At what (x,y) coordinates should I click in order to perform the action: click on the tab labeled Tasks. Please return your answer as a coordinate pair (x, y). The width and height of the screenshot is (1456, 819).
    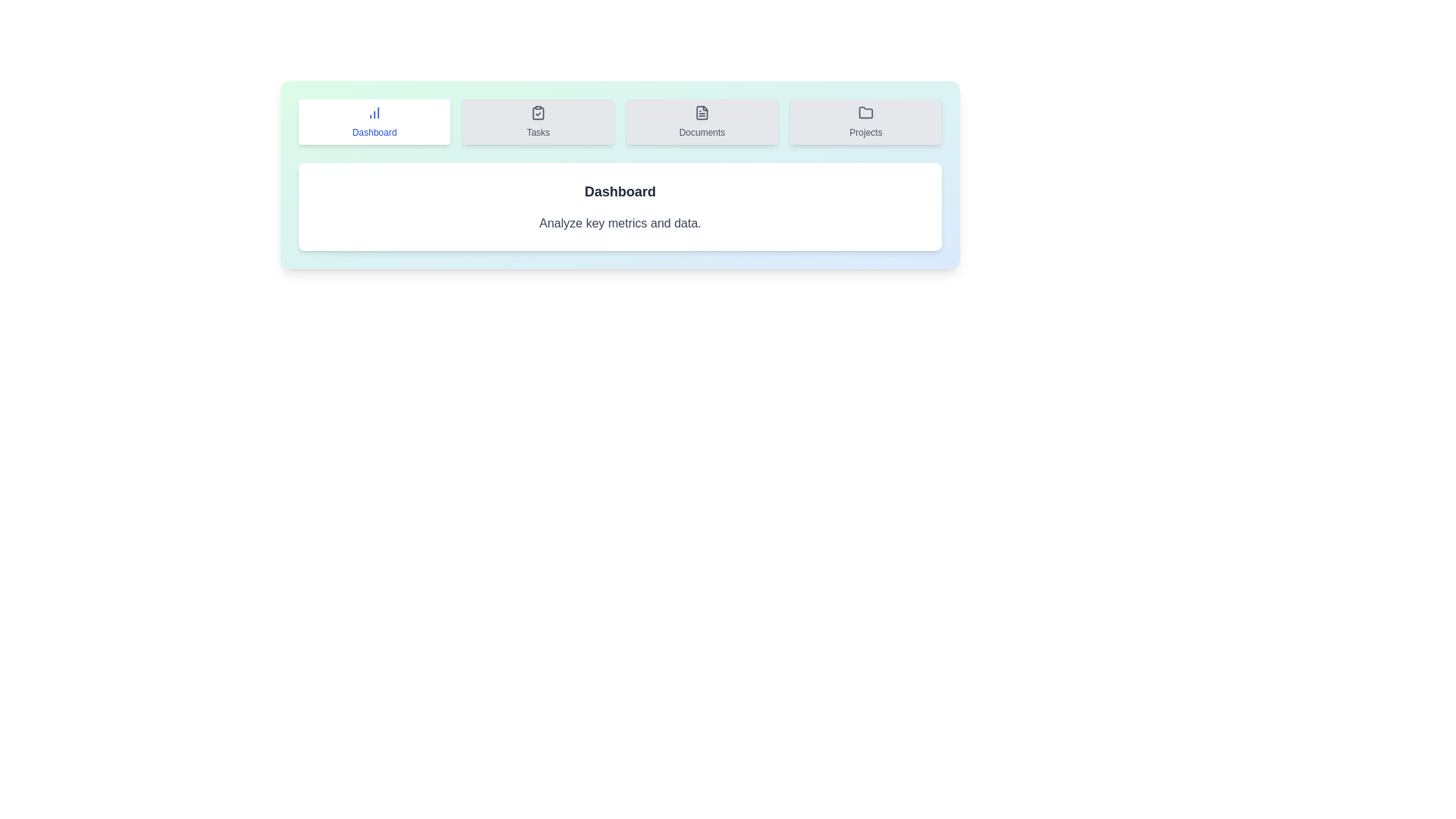
    Looking at the image, I should click on (538, 121).